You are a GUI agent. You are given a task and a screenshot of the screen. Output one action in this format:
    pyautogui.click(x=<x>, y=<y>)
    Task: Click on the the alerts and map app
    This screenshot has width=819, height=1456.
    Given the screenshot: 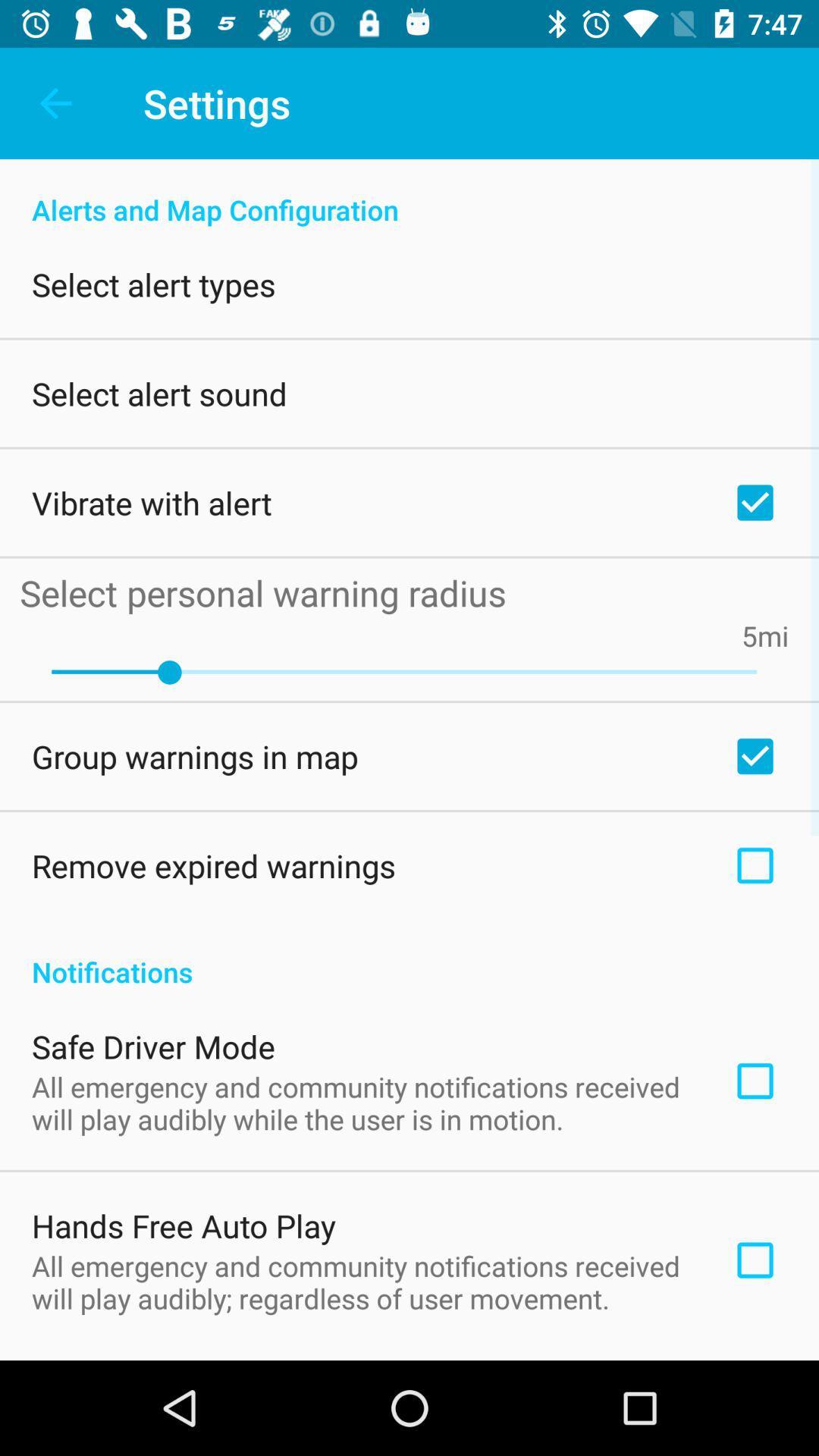 What is the action you would take?
    pyautogui.click(x=409, y=193)
    